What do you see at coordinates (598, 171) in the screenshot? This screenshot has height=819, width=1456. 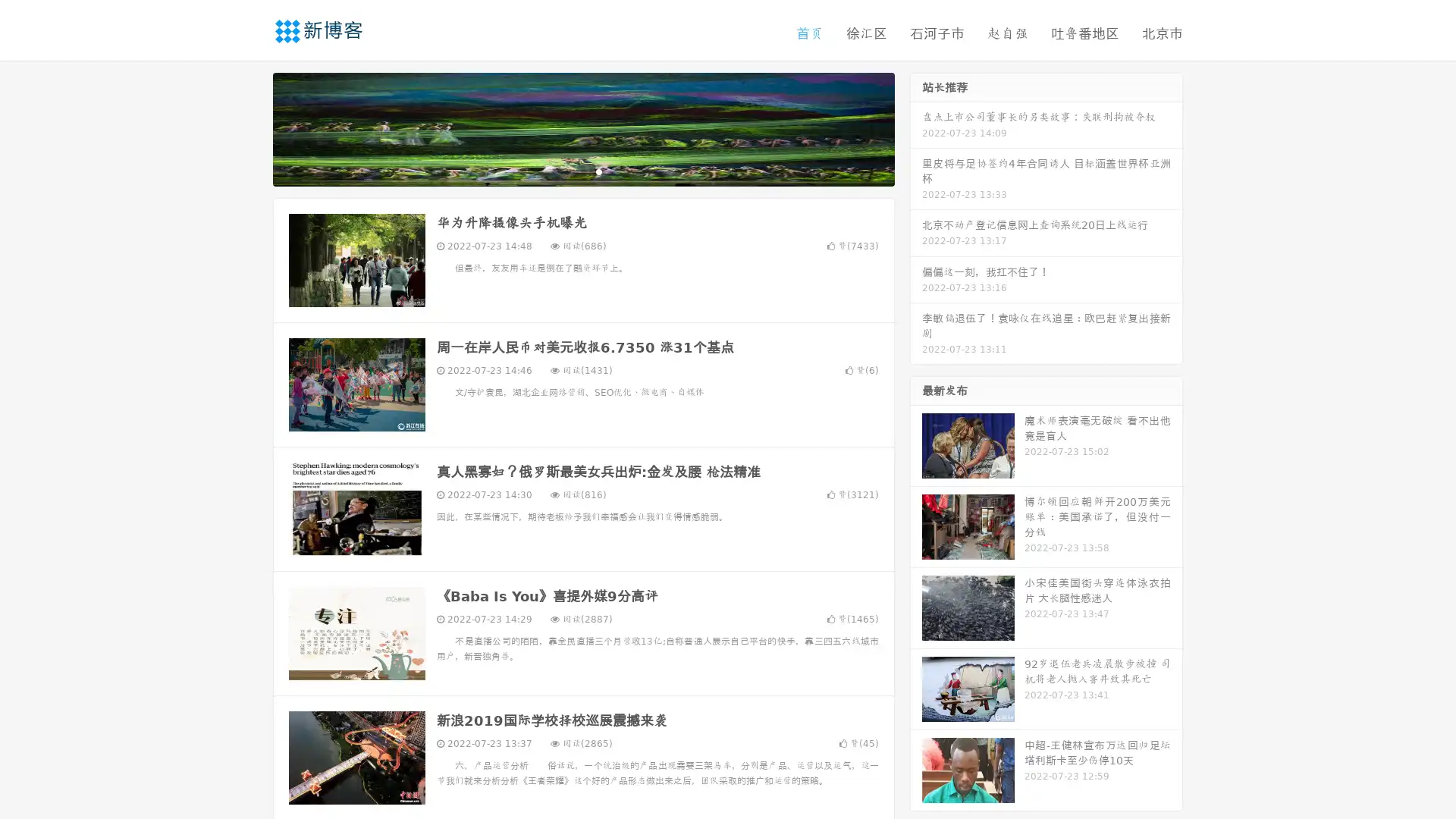 I see `Go to slide 3` at bounding box center [598, 171].